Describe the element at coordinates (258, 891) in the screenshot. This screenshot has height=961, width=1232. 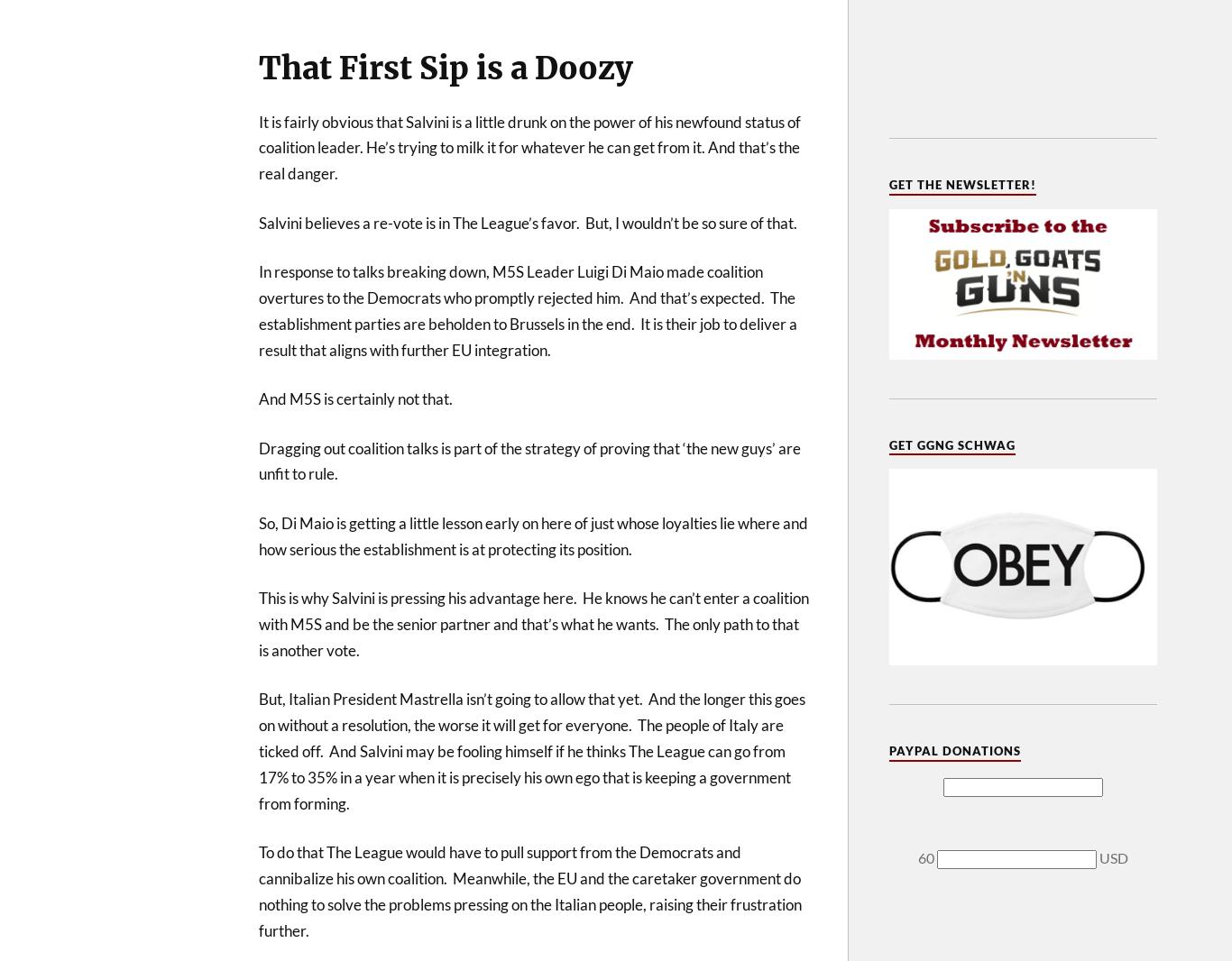
I see `'To do that The League would have to pull support from the Democrats and cannibalize his own coalition.  Meanwhile, the EU and the caretaker government do nothing to solve the problems pressing on the Italian people, raising their frustration further.'` at that location.